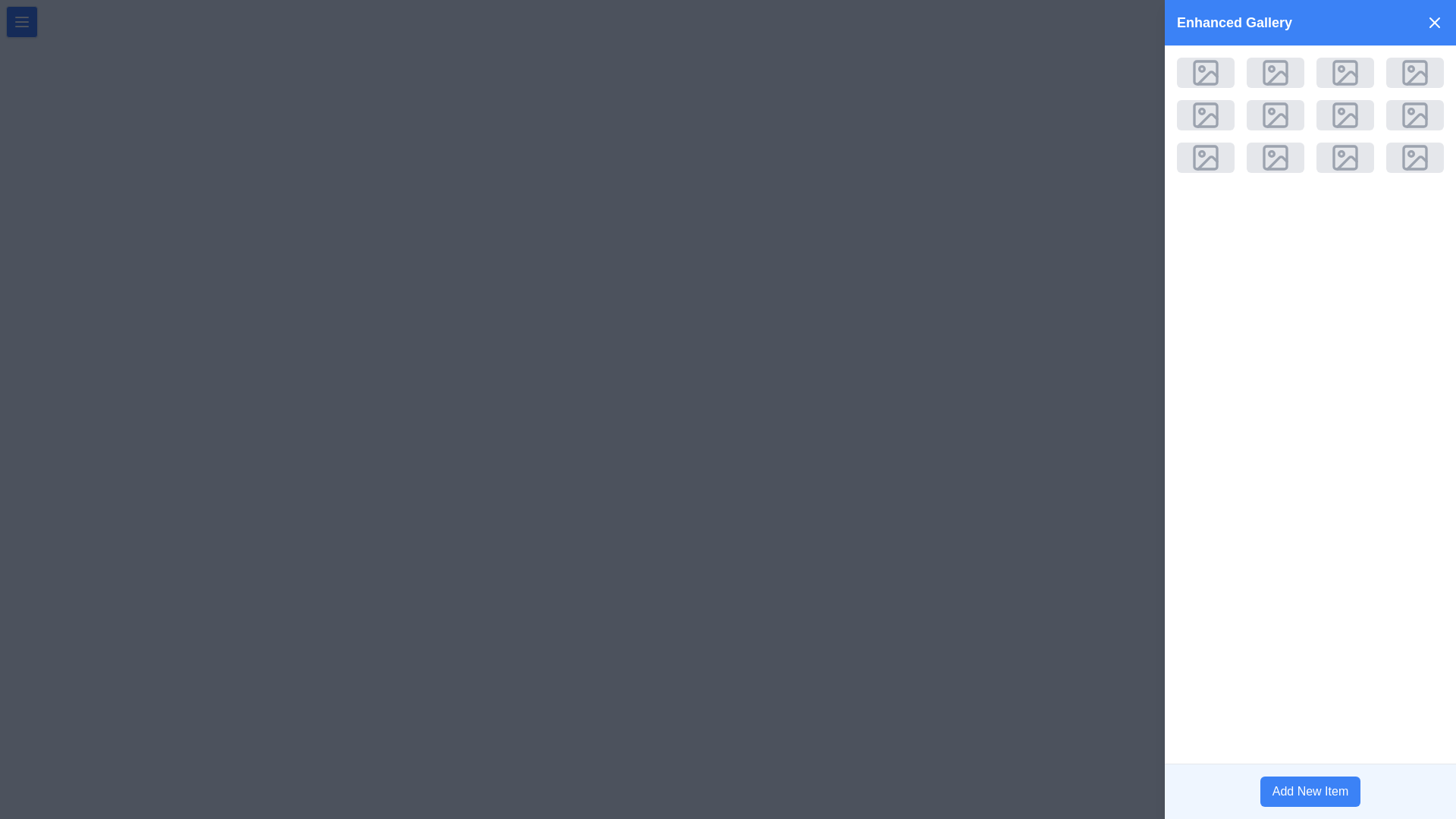 The image size is (1456, 819). Describe the element at coordinates (1274, 158) in the screenshot. I see `the gray-bordered image icon featuring a rectangle, circle, and diagonal line in the Enhanced Gallery dialog to interact with it` at that location.